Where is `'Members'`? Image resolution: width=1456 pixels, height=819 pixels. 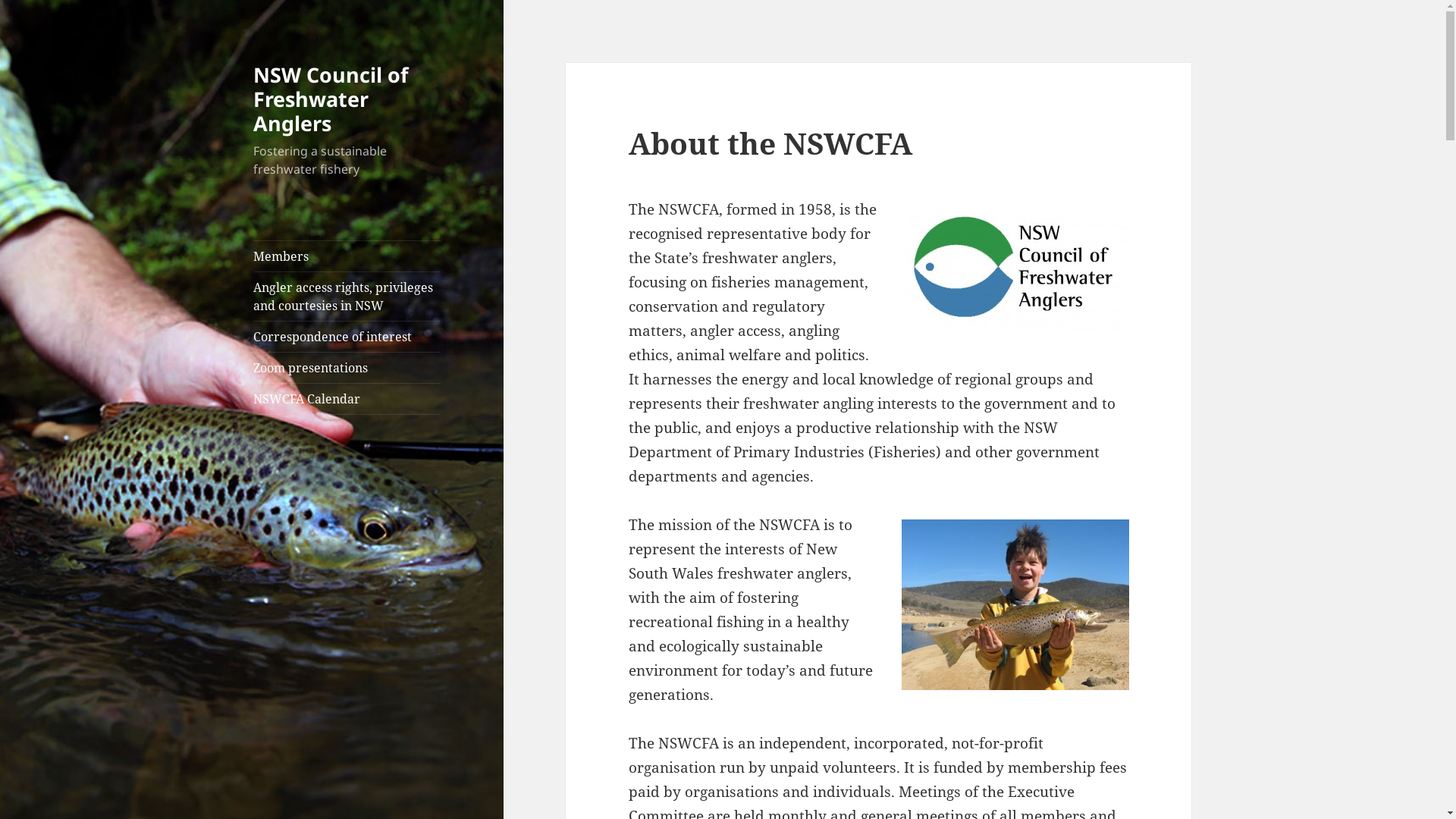
'Members' is located at coordinates (346, 256).